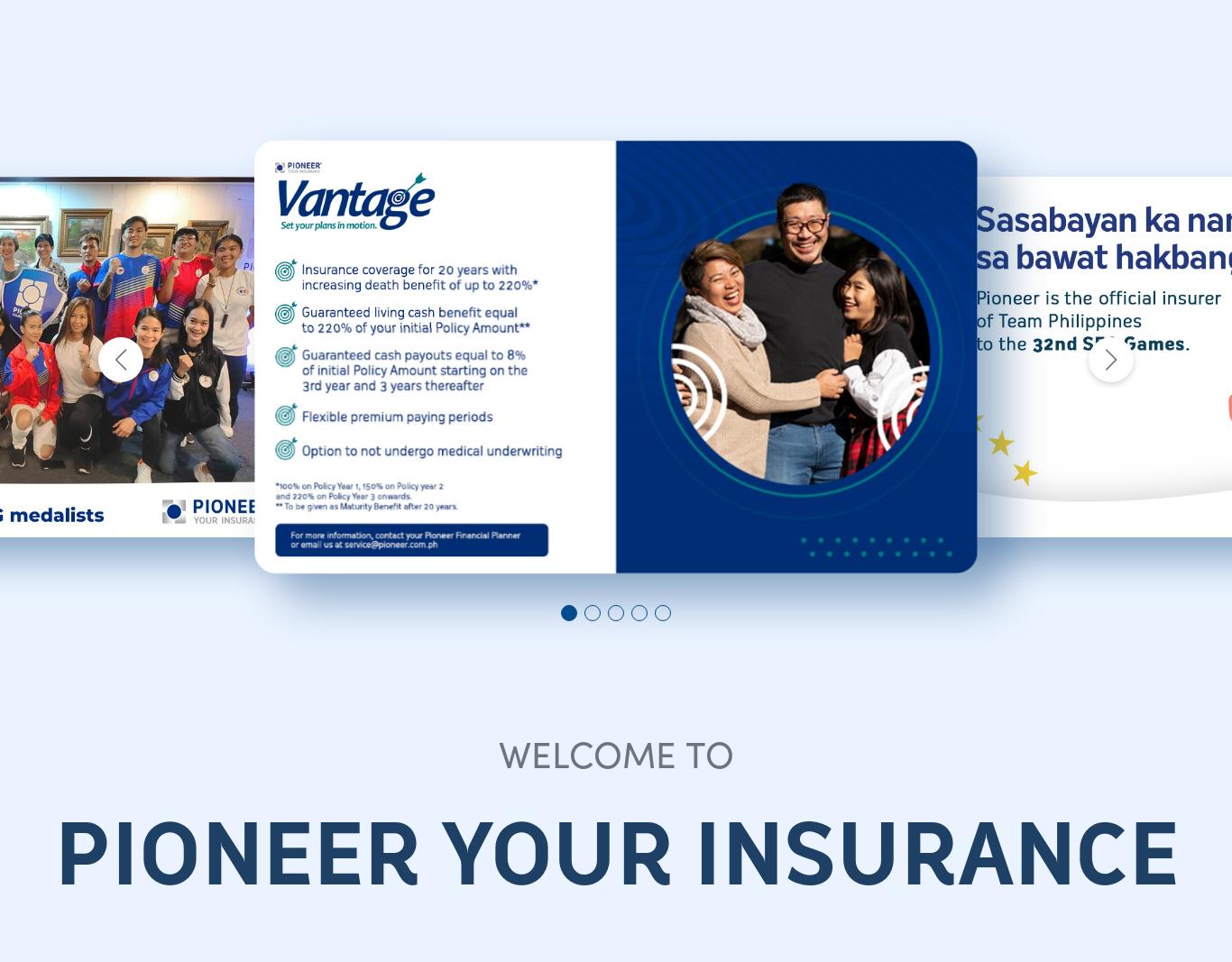 The width and height of the screenshot is (1232, 962). Describe the element at coordinates (347, 525) in the screenshot. I see `'Microinsurance'` at that location.